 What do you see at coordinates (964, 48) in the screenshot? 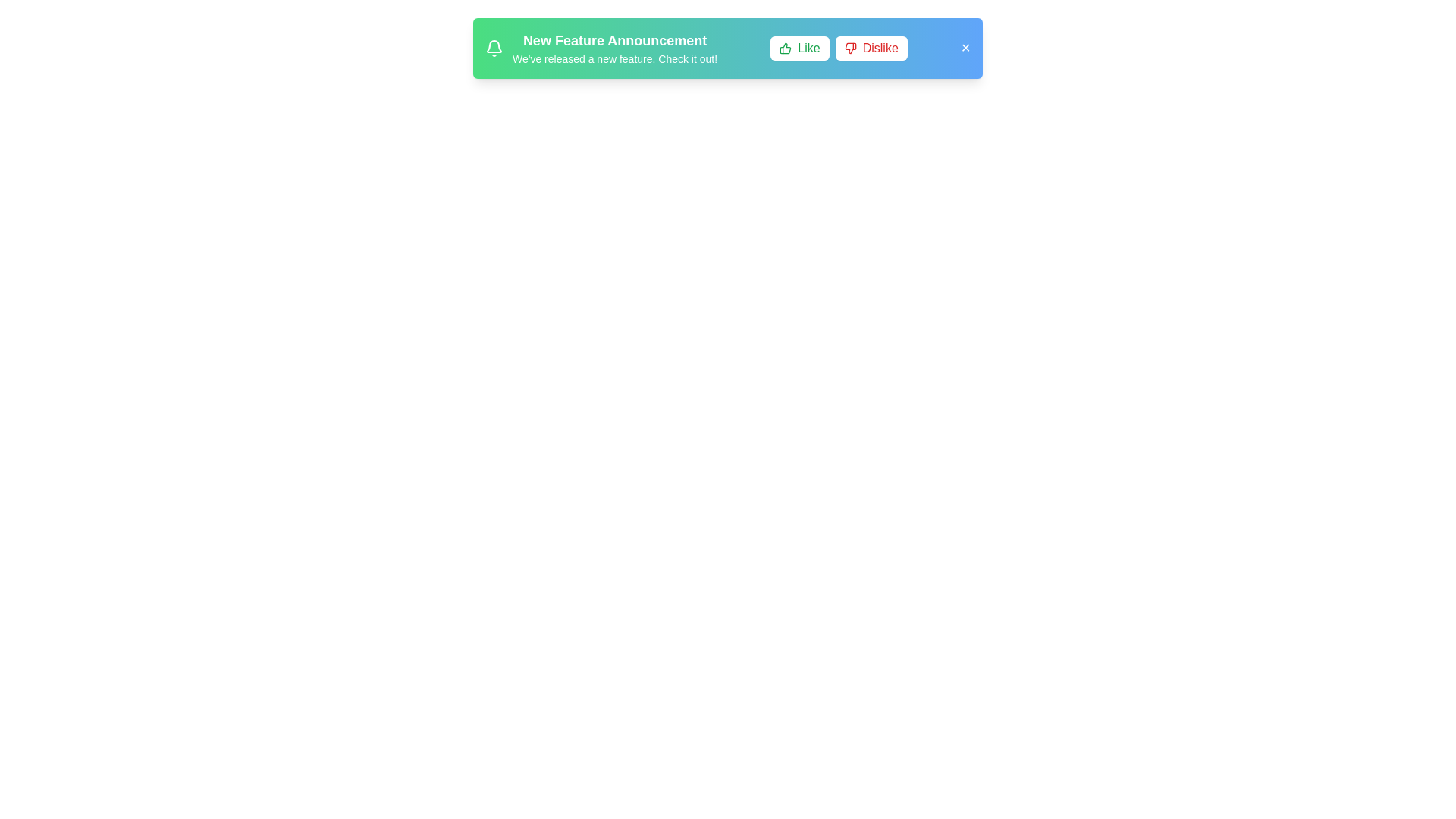
I see `the close button of the notification bar to close it` at bounding box center [964, 48].